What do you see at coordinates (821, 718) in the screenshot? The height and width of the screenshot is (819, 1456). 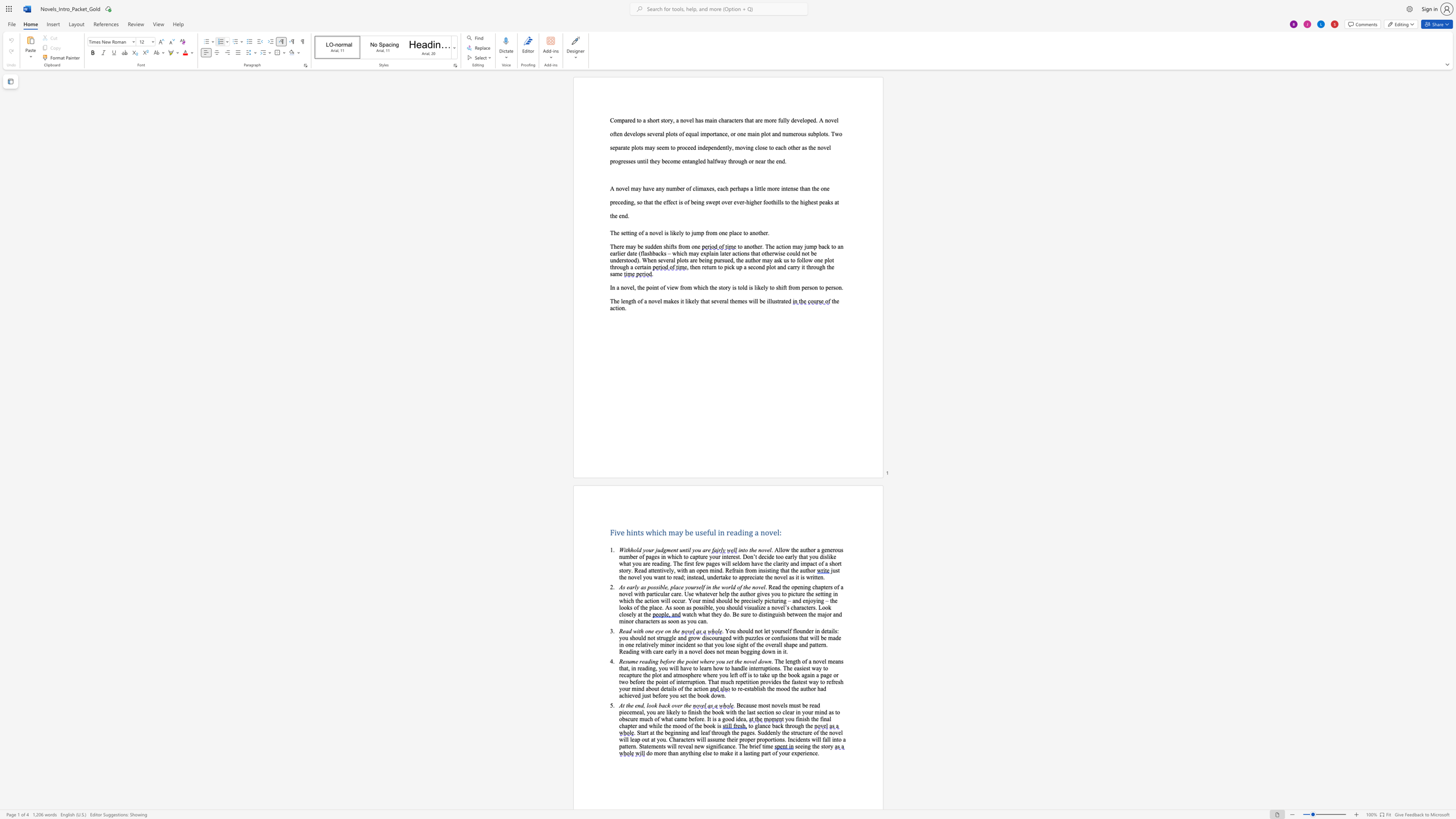 I see `the 1th character "f" in the text` at bounding box center [821, 718].